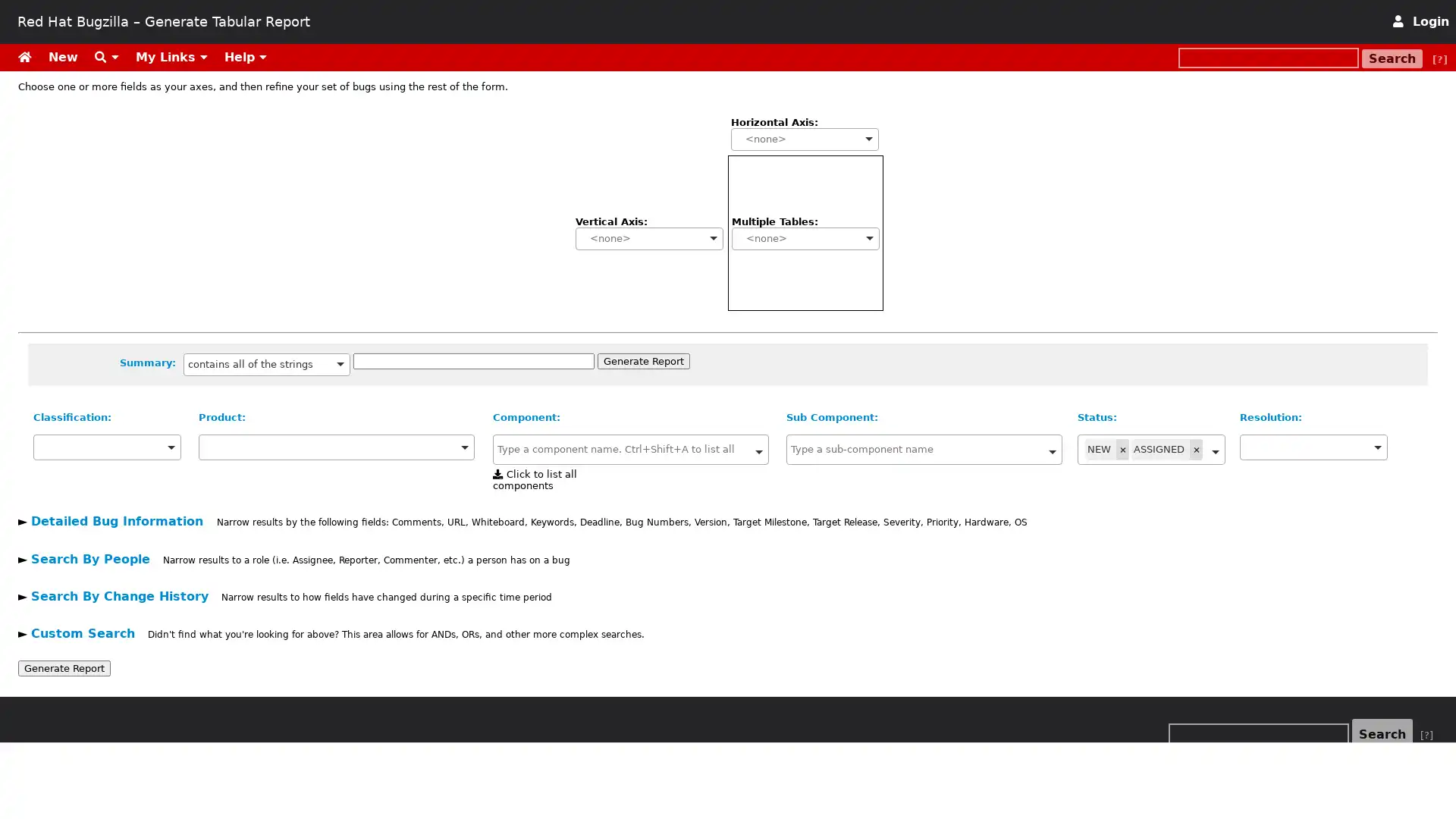 Image resolution: width=1456 pixels, height=819 pixels. I want to click on Generate Report, so click(64, 667).